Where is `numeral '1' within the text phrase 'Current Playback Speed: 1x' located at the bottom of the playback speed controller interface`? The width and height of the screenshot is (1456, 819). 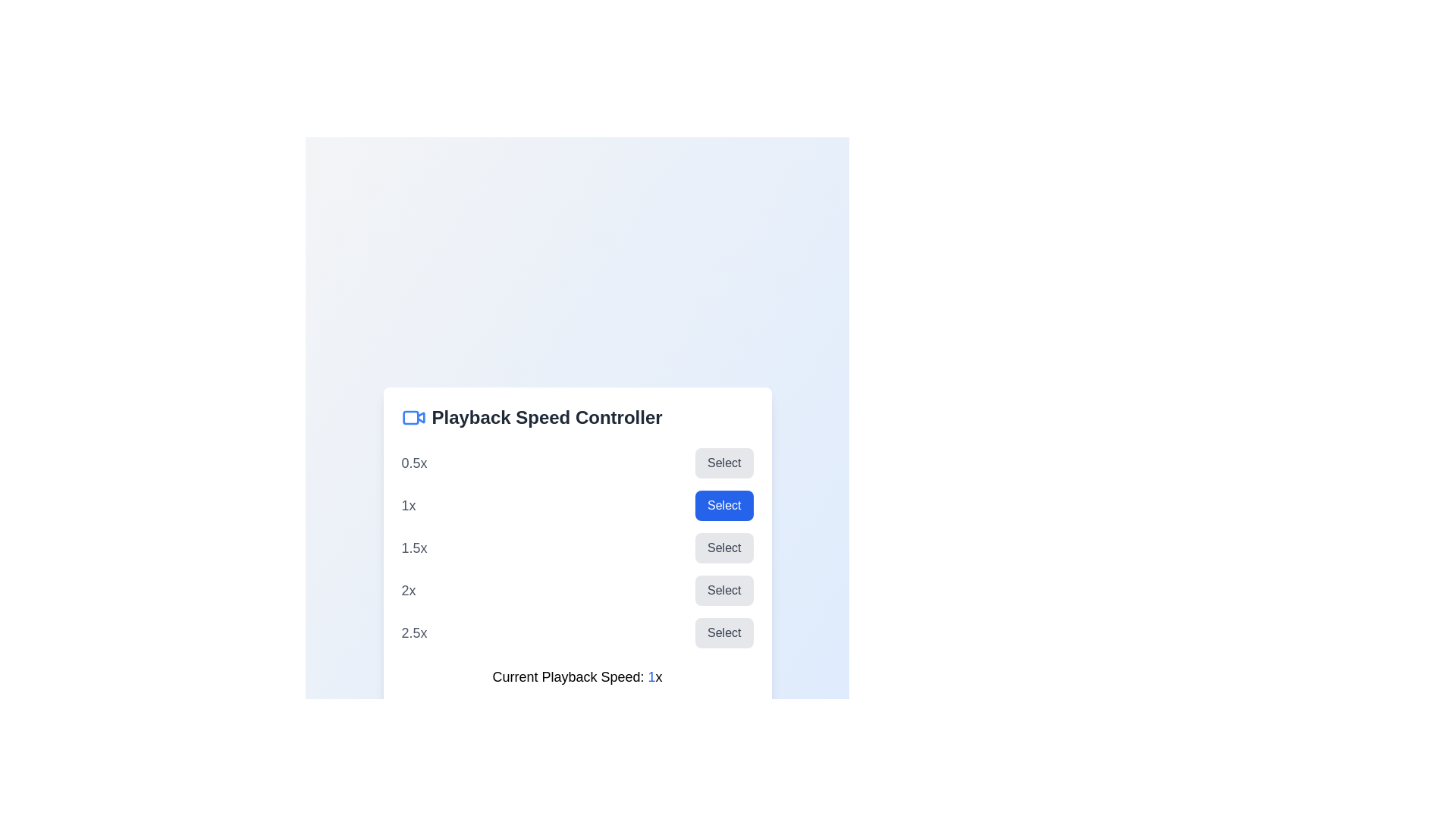 numeral '1' within the text phrase 'Current Playback Speed: 1x' located at the bottom of the playback speed controller interface is located at coordinates (651, 676).